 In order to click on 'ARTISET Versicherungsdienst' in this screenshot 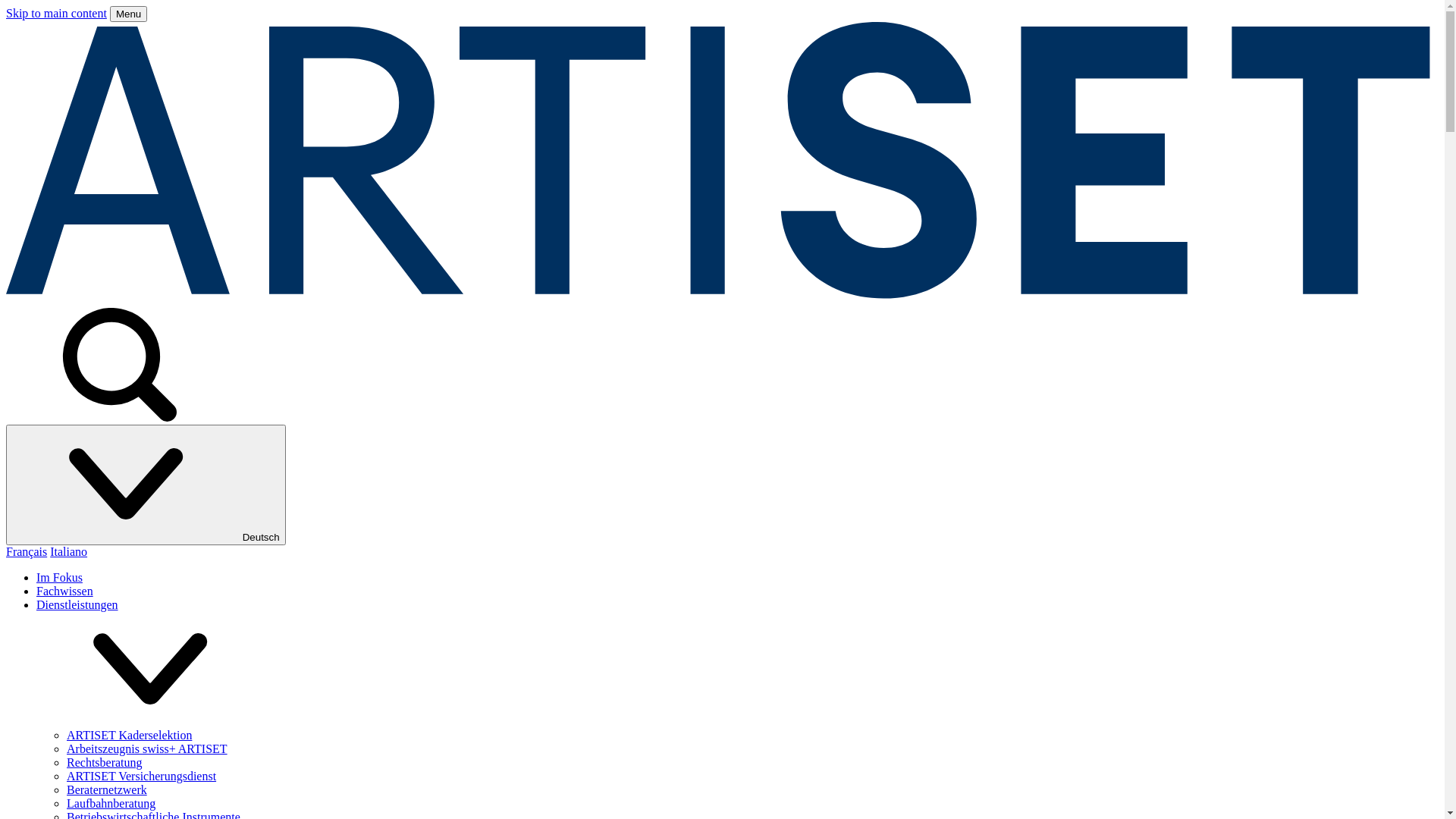, I will do `click(65, 776)`.